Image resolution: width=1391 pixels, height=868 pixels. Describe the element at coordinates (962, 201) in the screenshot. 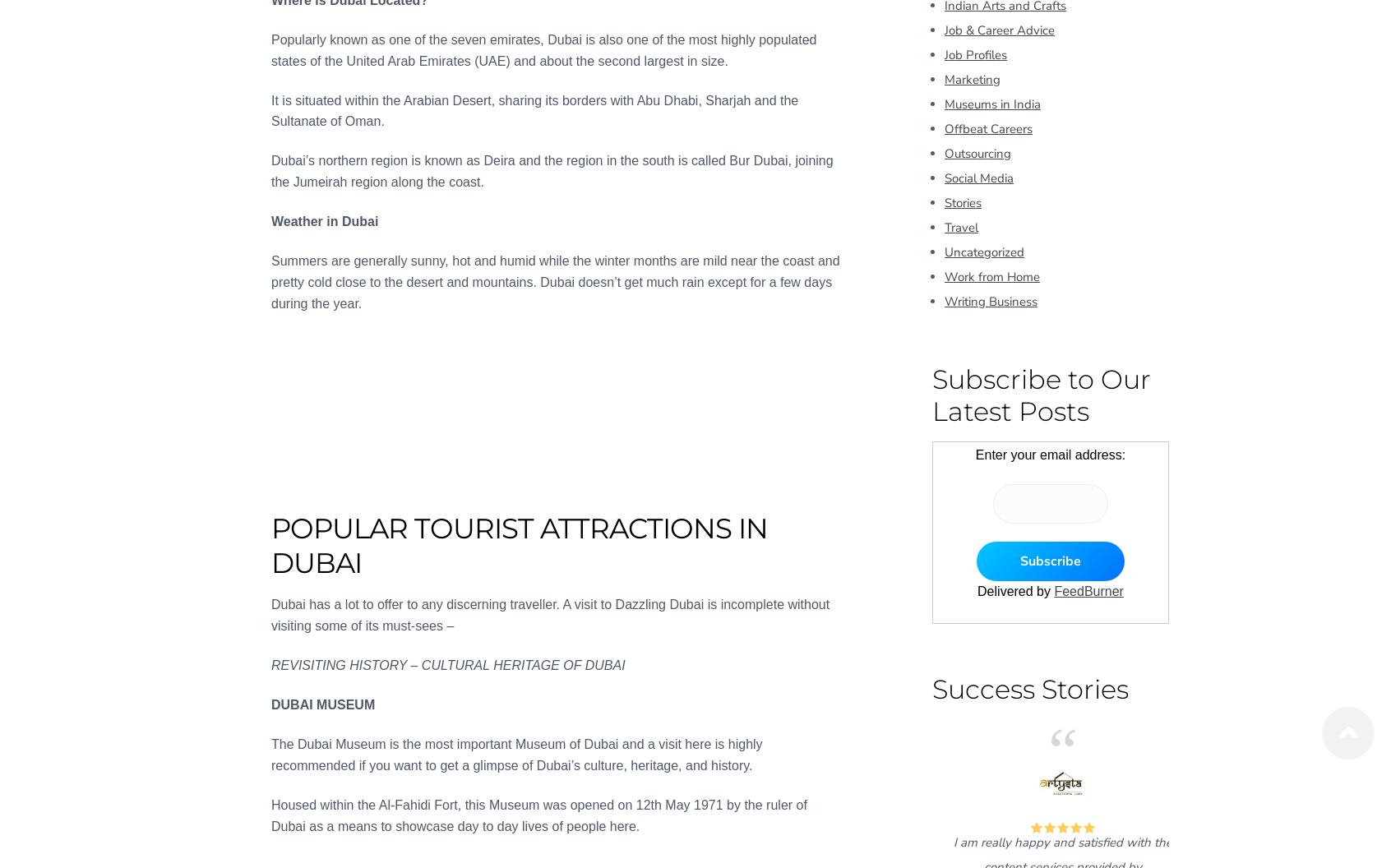

I see `'Stories'` at that location.